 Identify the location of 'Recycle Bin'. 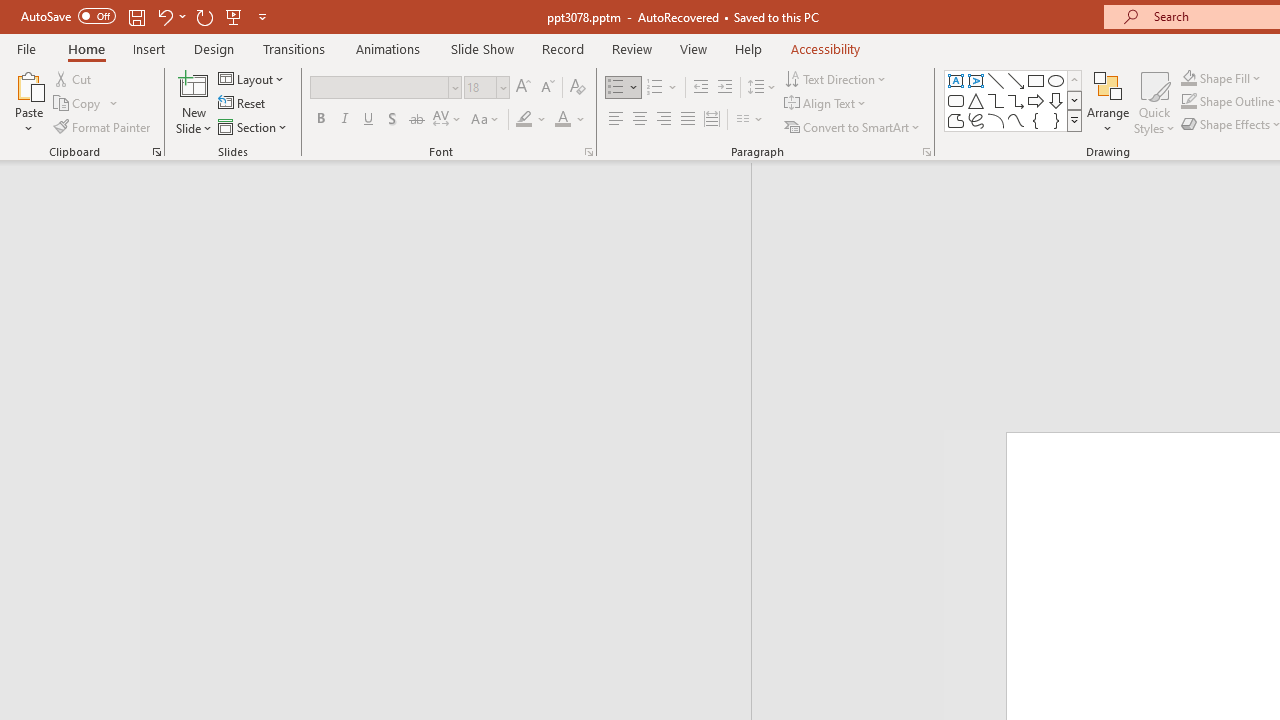
(37, 39).